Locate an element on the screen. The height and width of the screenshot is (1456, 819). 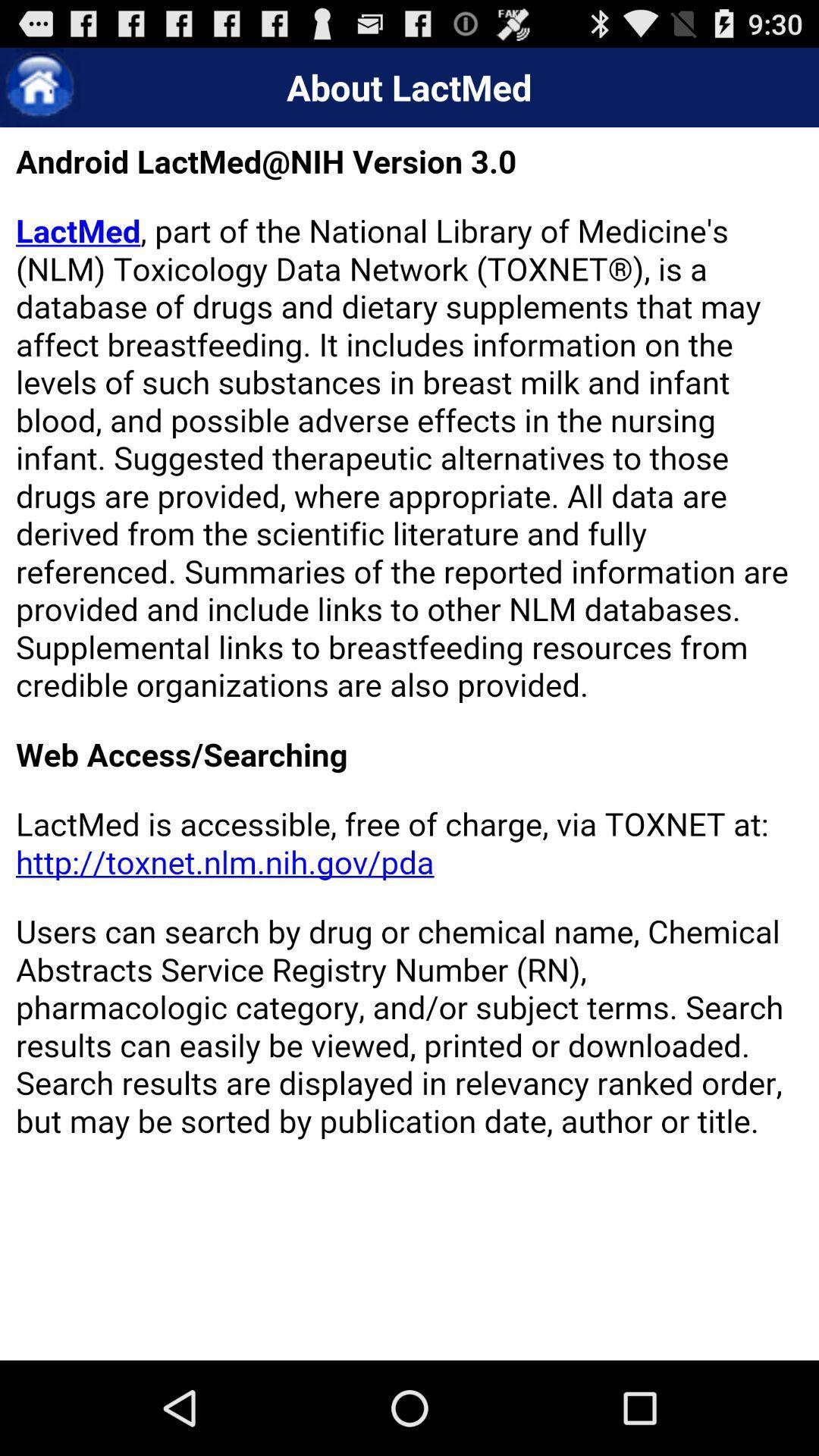
home button is located at coordinates (39, 86).